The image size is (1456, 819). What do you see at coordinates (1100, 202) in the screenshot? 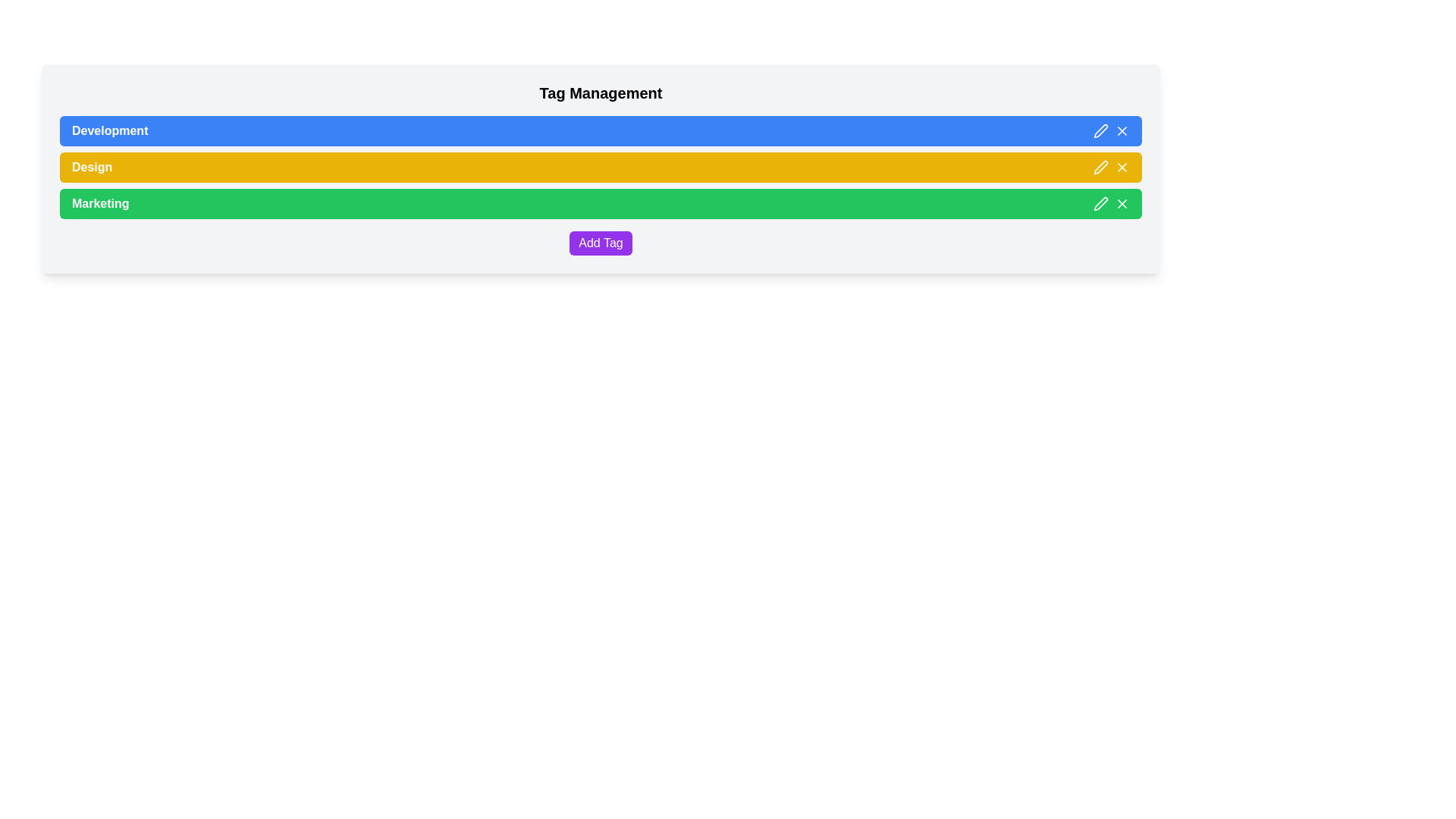
I see `the pen-shaped edit button icon located at the far right of the green 'Marketing' row` at bounding box center [1100, 202].